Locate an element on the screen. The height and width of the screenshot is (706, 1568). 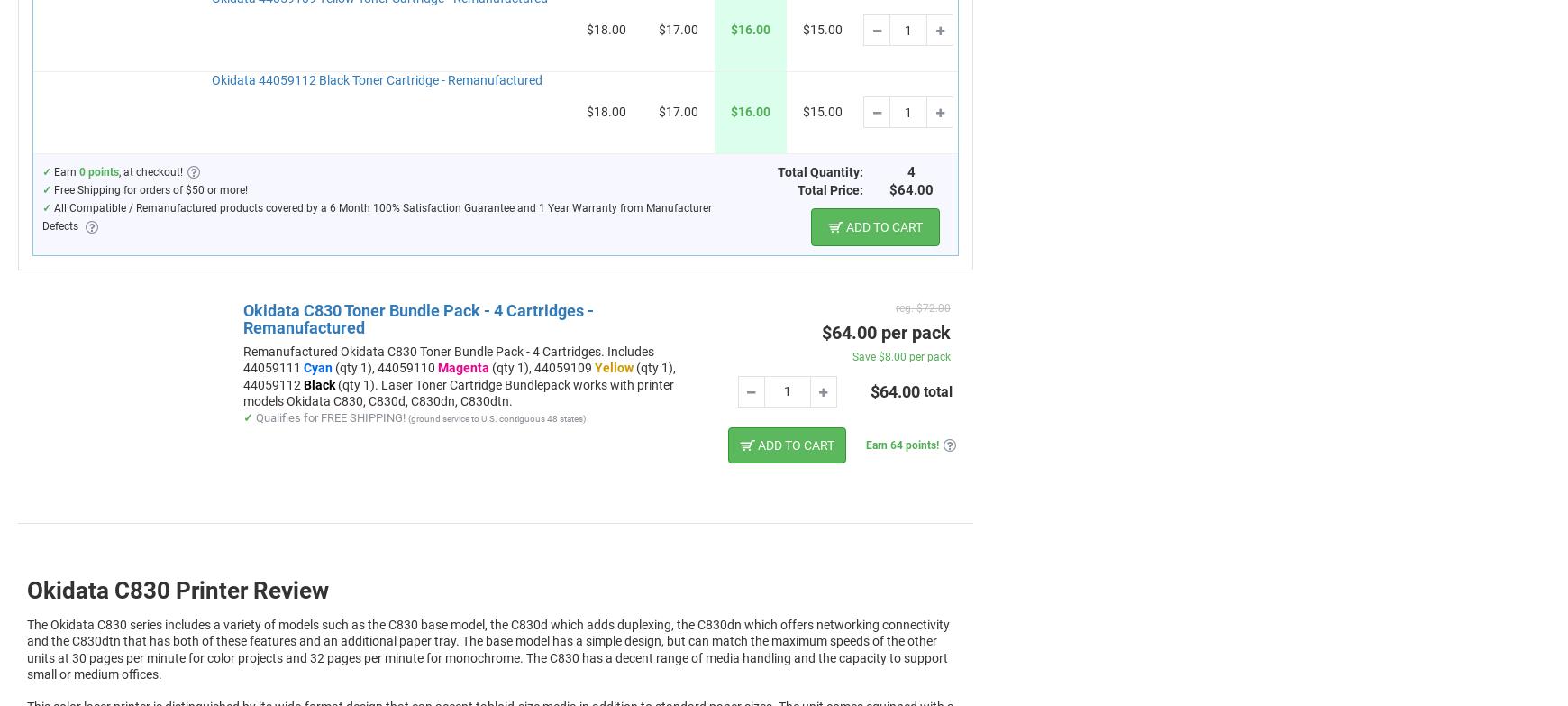
'Total Quantity:' is located at coordinates (819, 171).